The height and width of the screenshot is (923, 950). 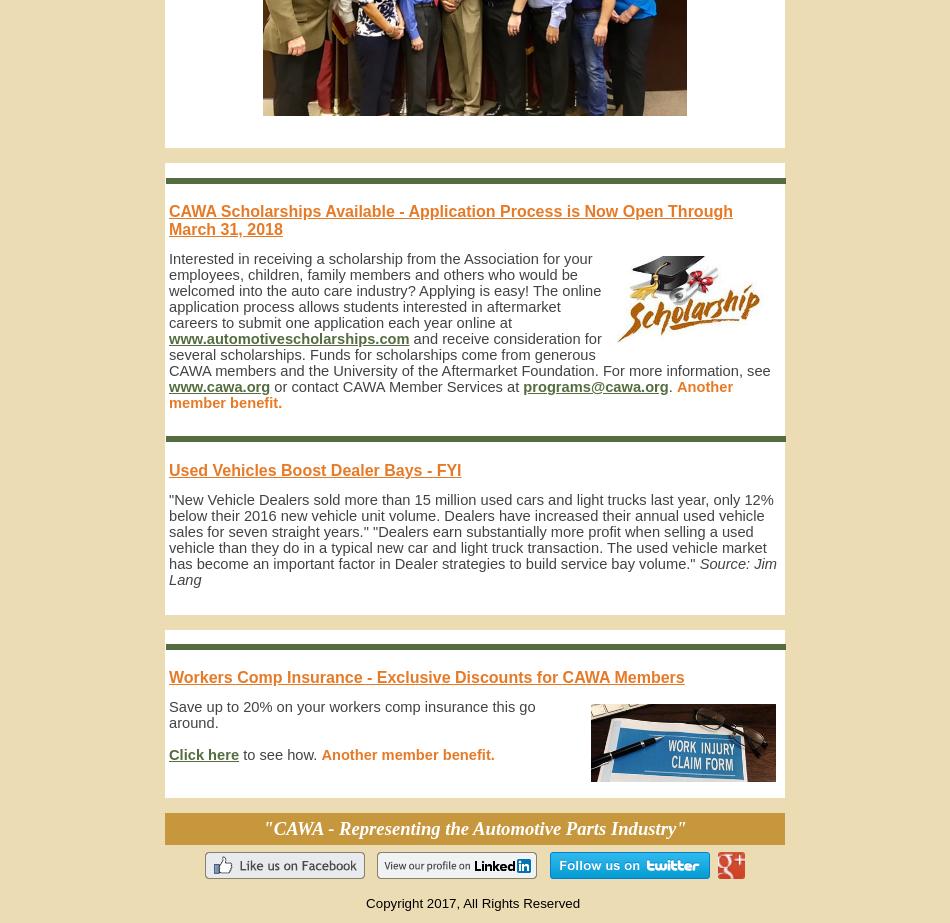 I want to click on 'programs@cawa.org', so click(x=595, y=387).